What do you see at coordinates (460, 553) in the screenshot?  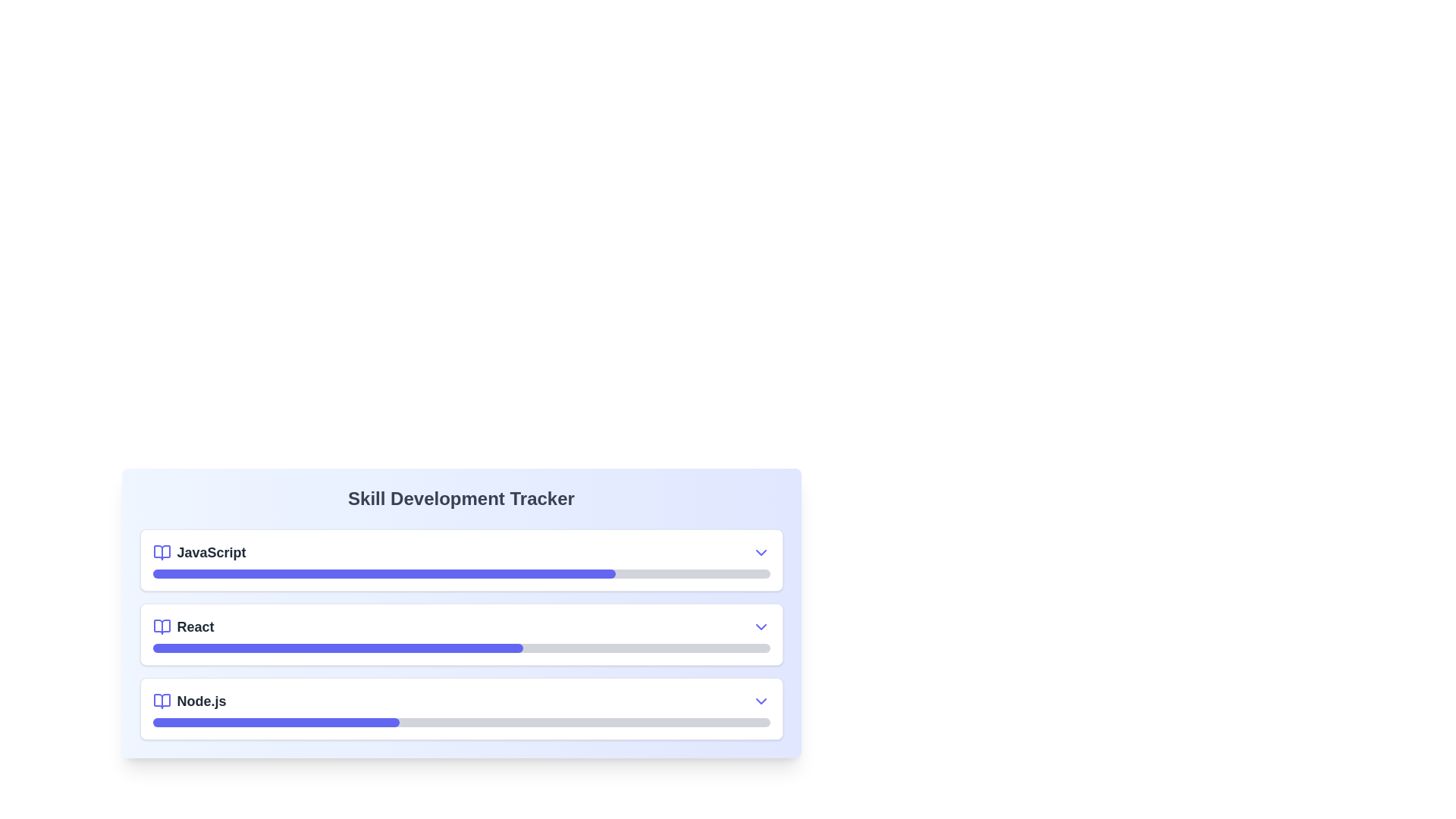 I see `the 'JavaScript' list item for selection` at bounding box center [460, 553].